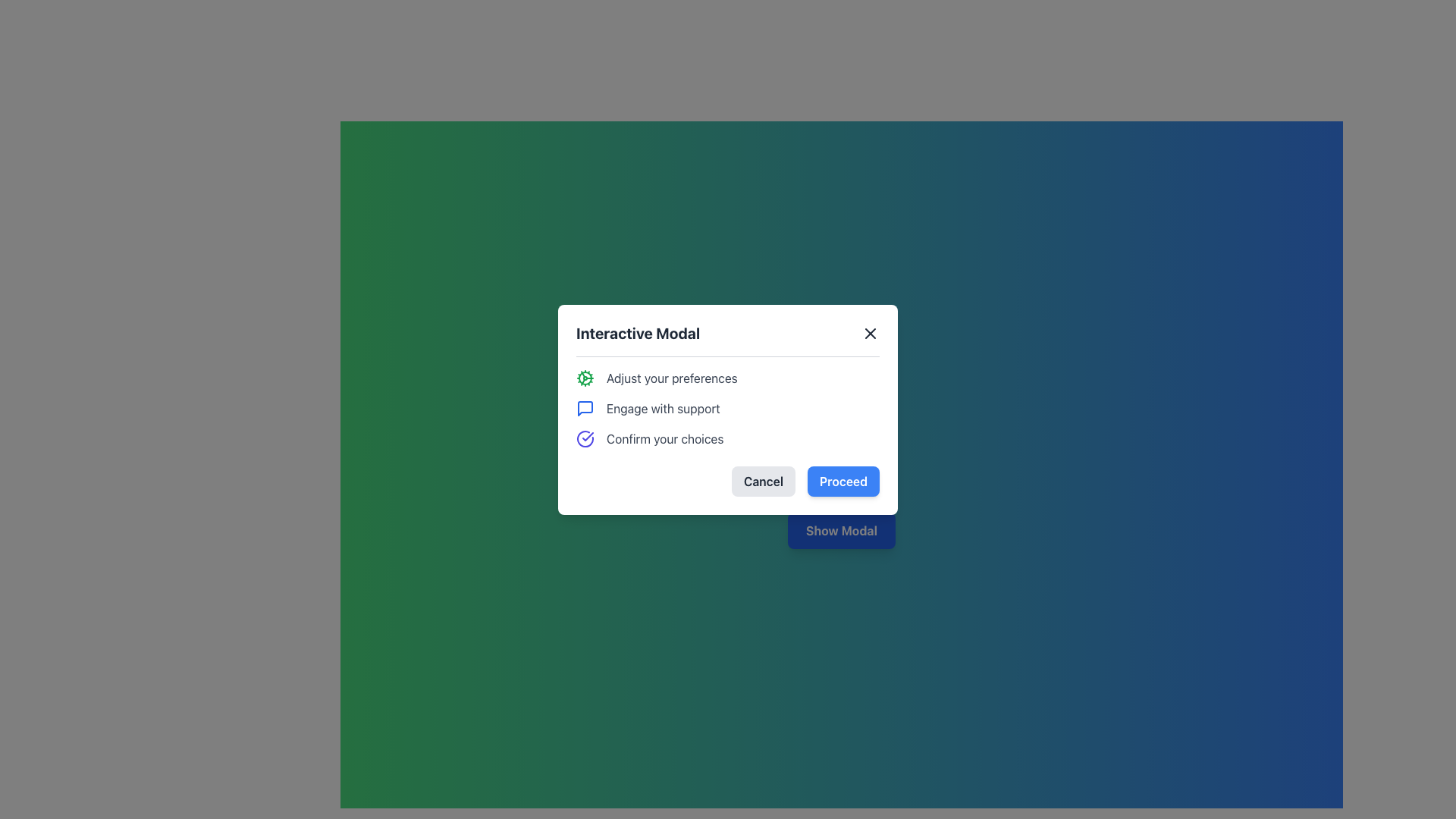 The height and width of the screenshot is (819, 1456). Describe the element at coordinates (870, 332) in the screenshot. I see `the Close Icon Button (SVG representation) located in the top-right corner of the modal window` at that location.